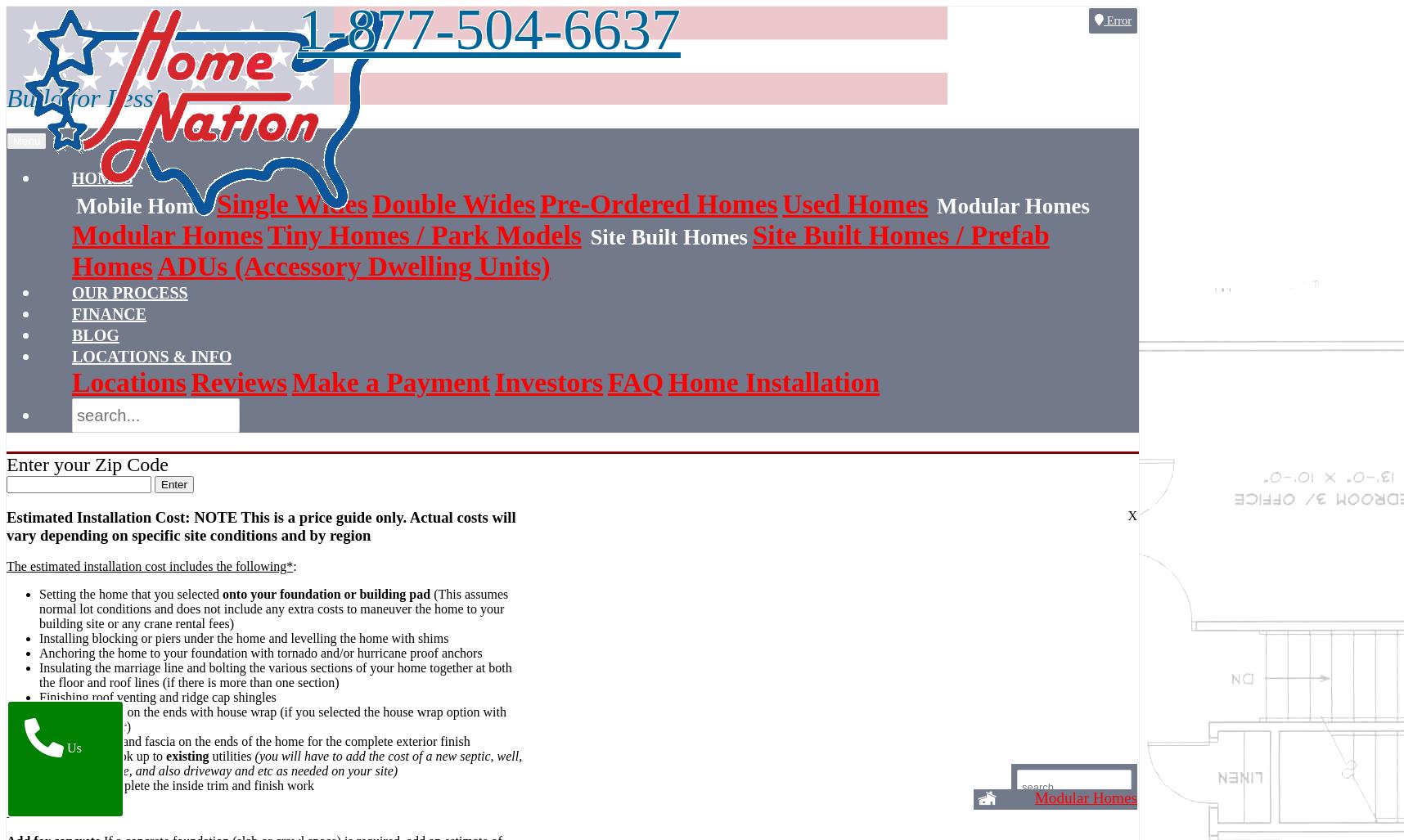 The image size is (1404, 840). Describe the element at coordinates (273, 608) in the screenshot. I see `'(This assumes normal lot conditions and does not include any extra costs to maneuver the home to your building site or any crane rental fees)'` at that location.